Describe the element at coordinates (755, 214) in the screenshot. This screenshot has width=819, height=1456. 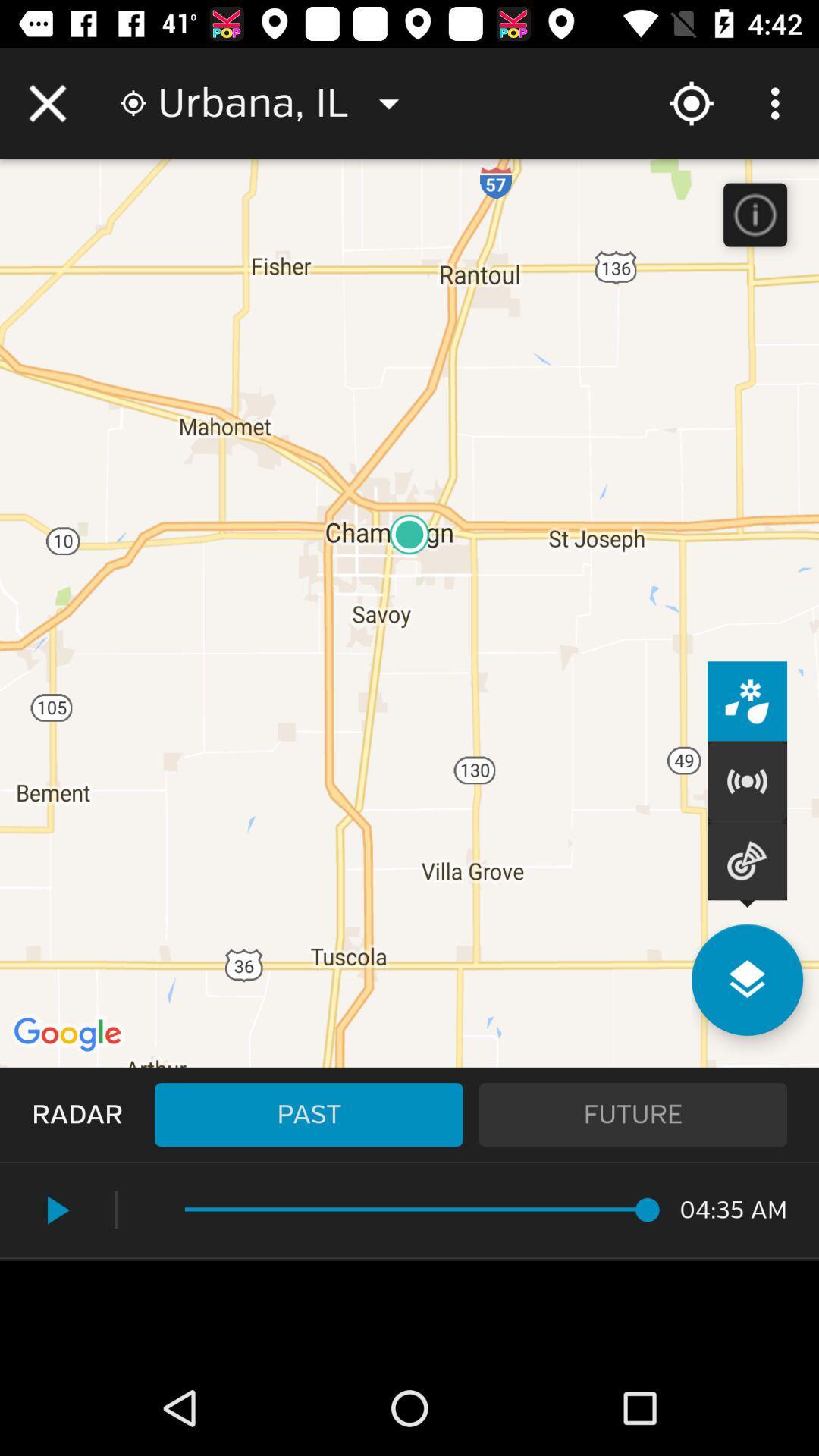
I see `the info icon` at that location.